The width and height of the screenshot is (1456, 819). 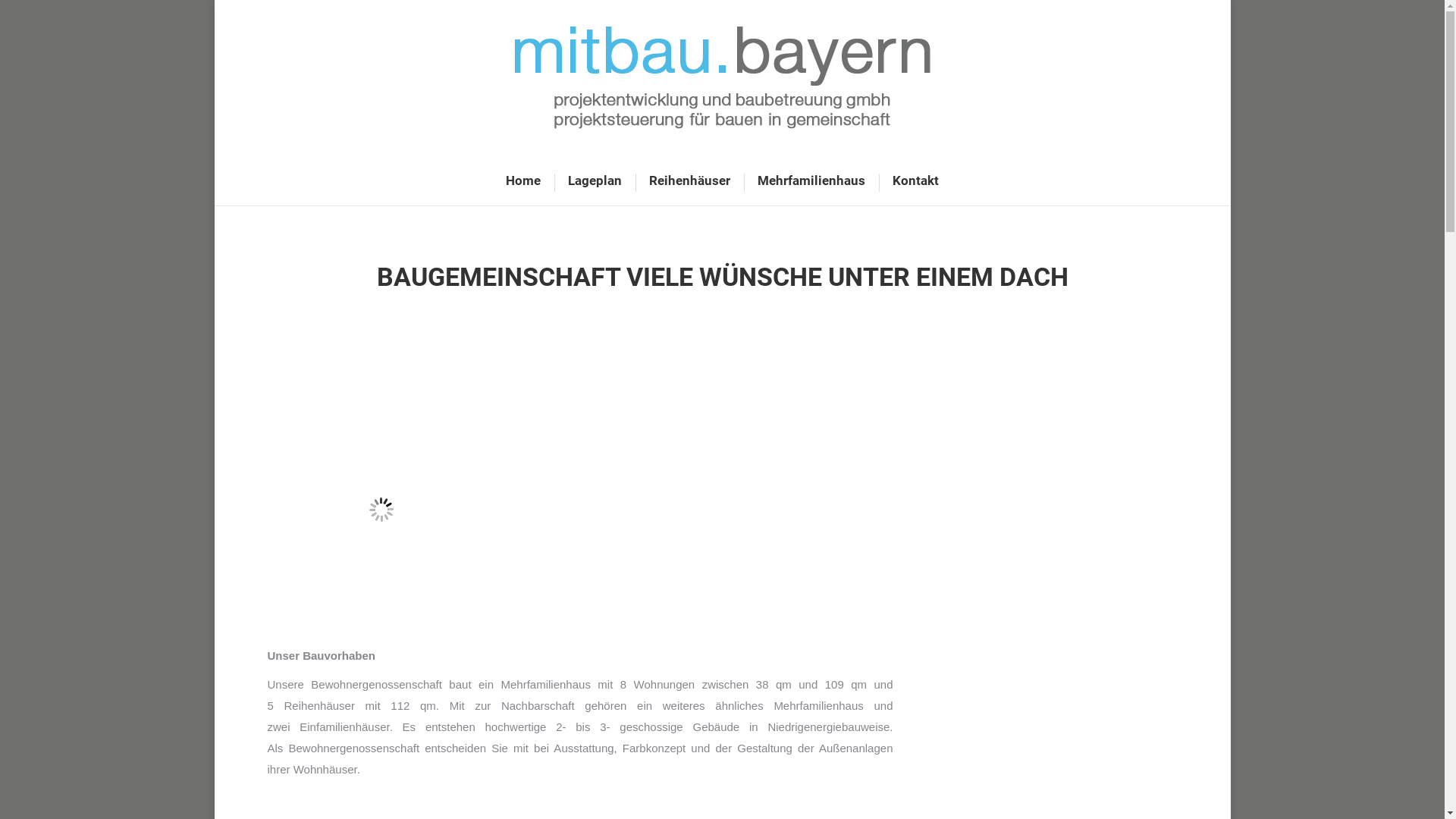 What do you see at coordinates (594, 180) in the screenshot?
I see `'Lageplan'` at bounding box center [594, 180].